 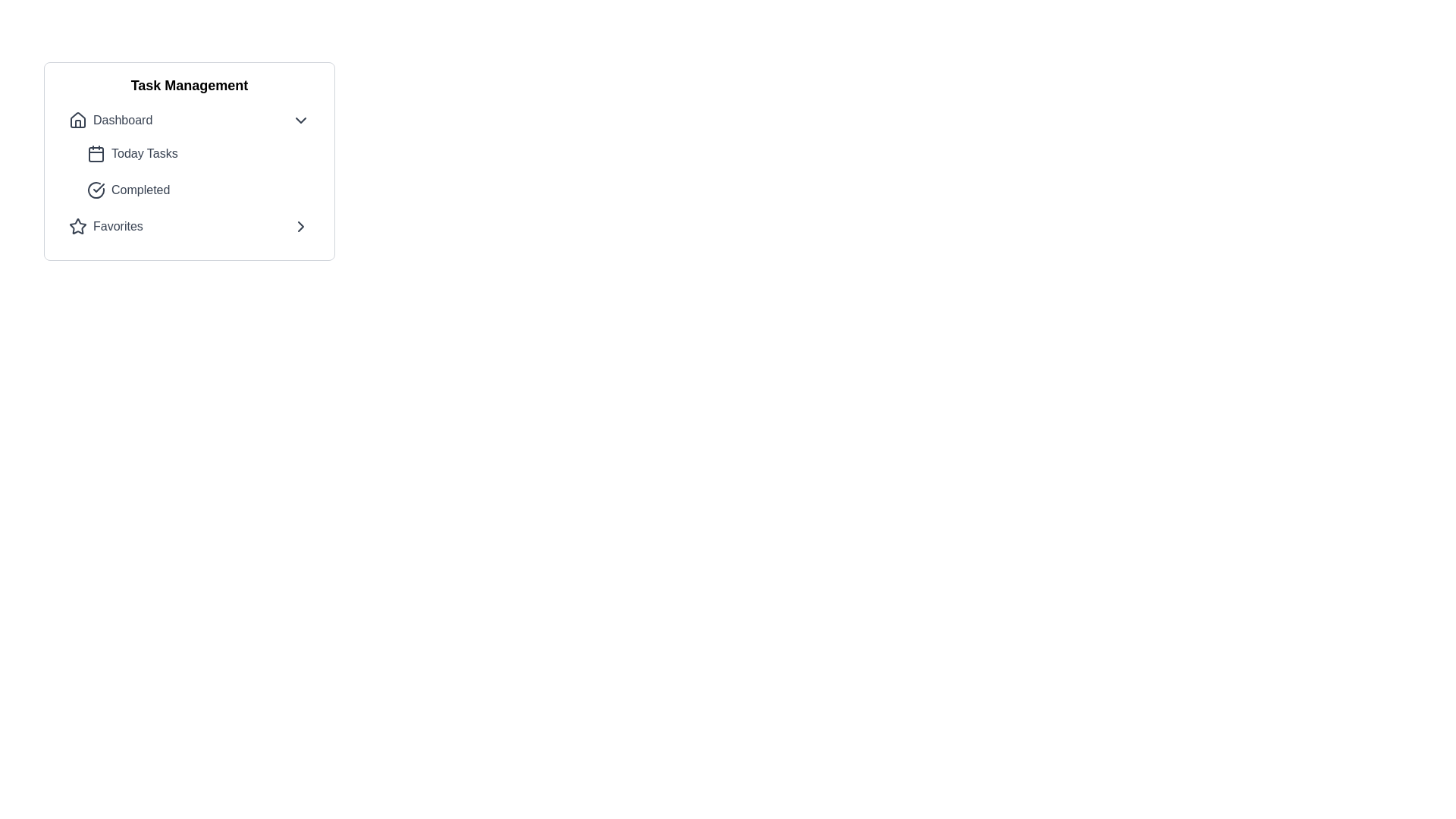 I want to click on the 'Completed' text label located in the third item of the vertical navigation list, so click(x=140, y=189).